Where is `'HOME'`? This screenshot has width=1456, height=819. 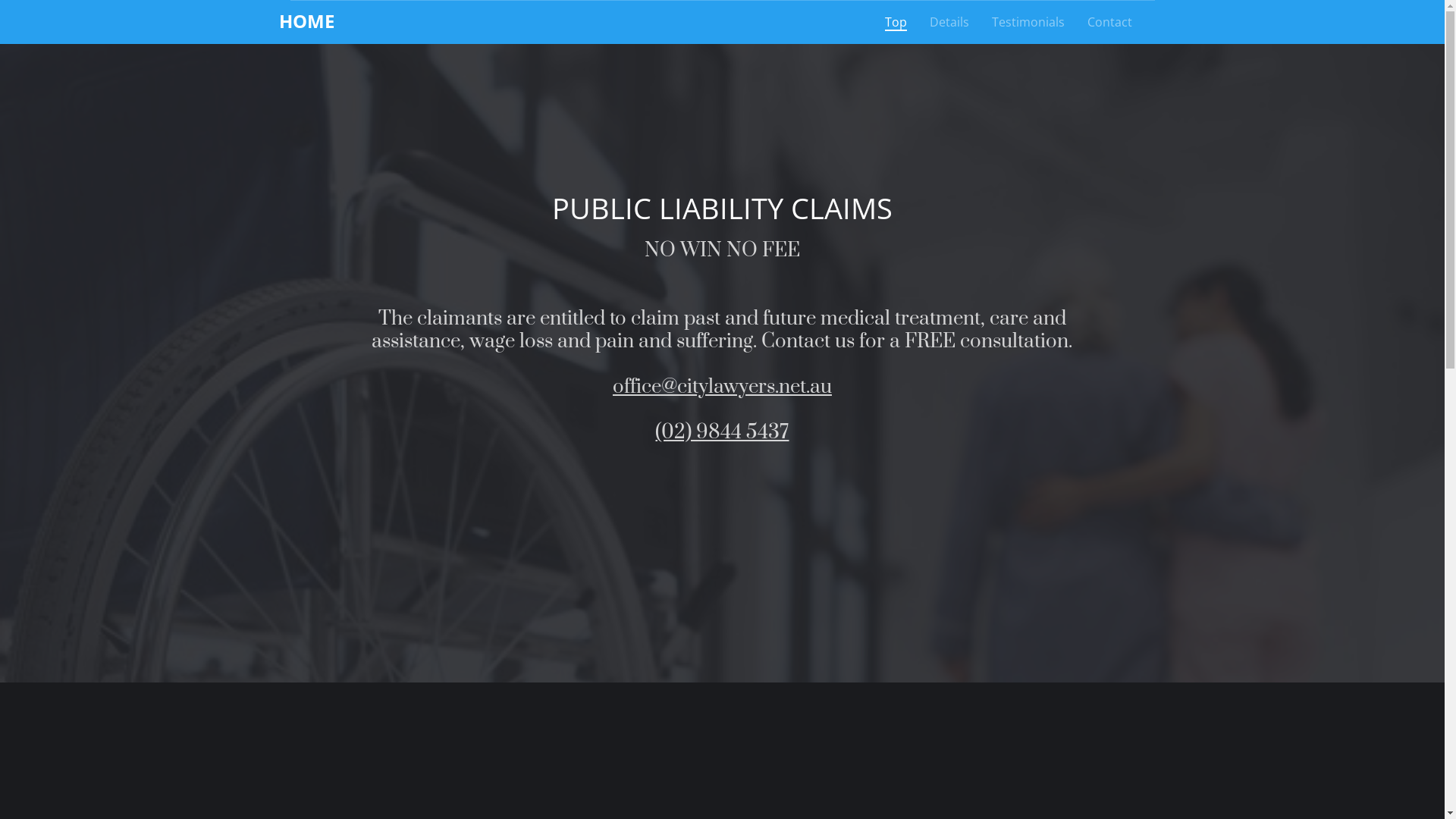 'HOME' is located at coordinates (279, 20).